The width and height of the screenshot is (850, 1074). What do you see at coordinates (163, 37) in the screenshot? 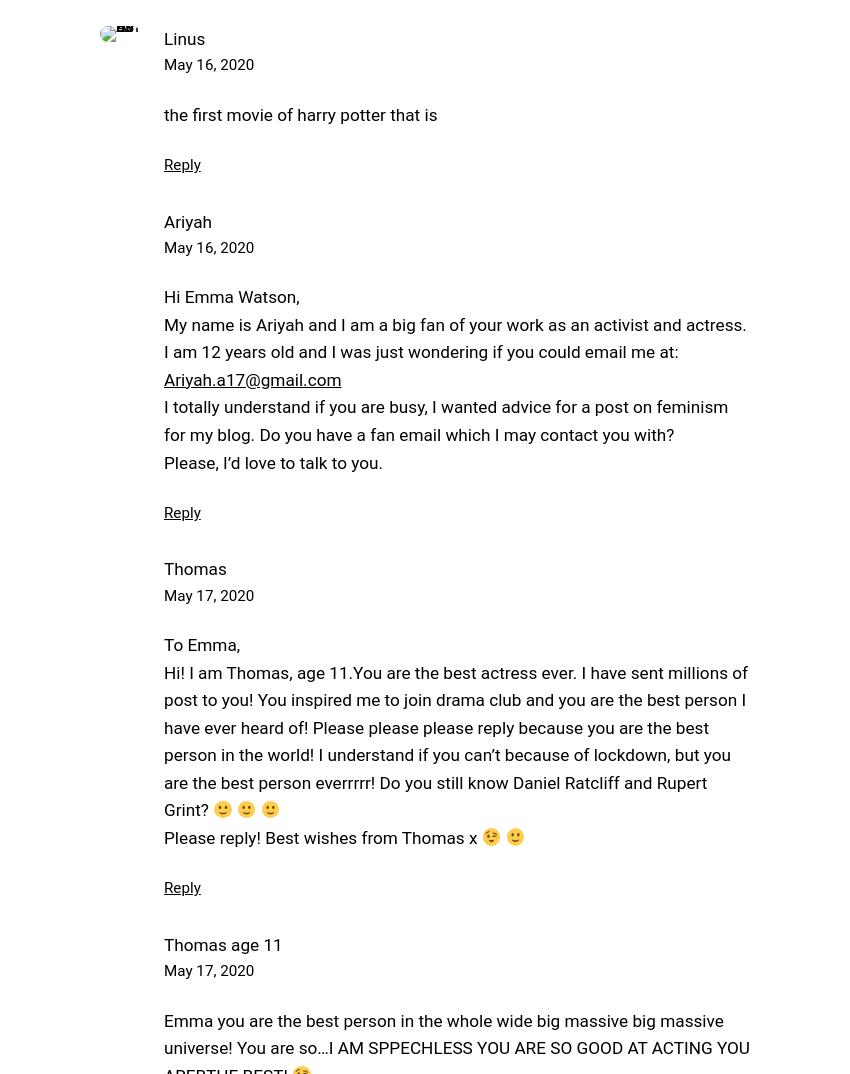
I see `'Linus'` at bounding box center [163, 37].